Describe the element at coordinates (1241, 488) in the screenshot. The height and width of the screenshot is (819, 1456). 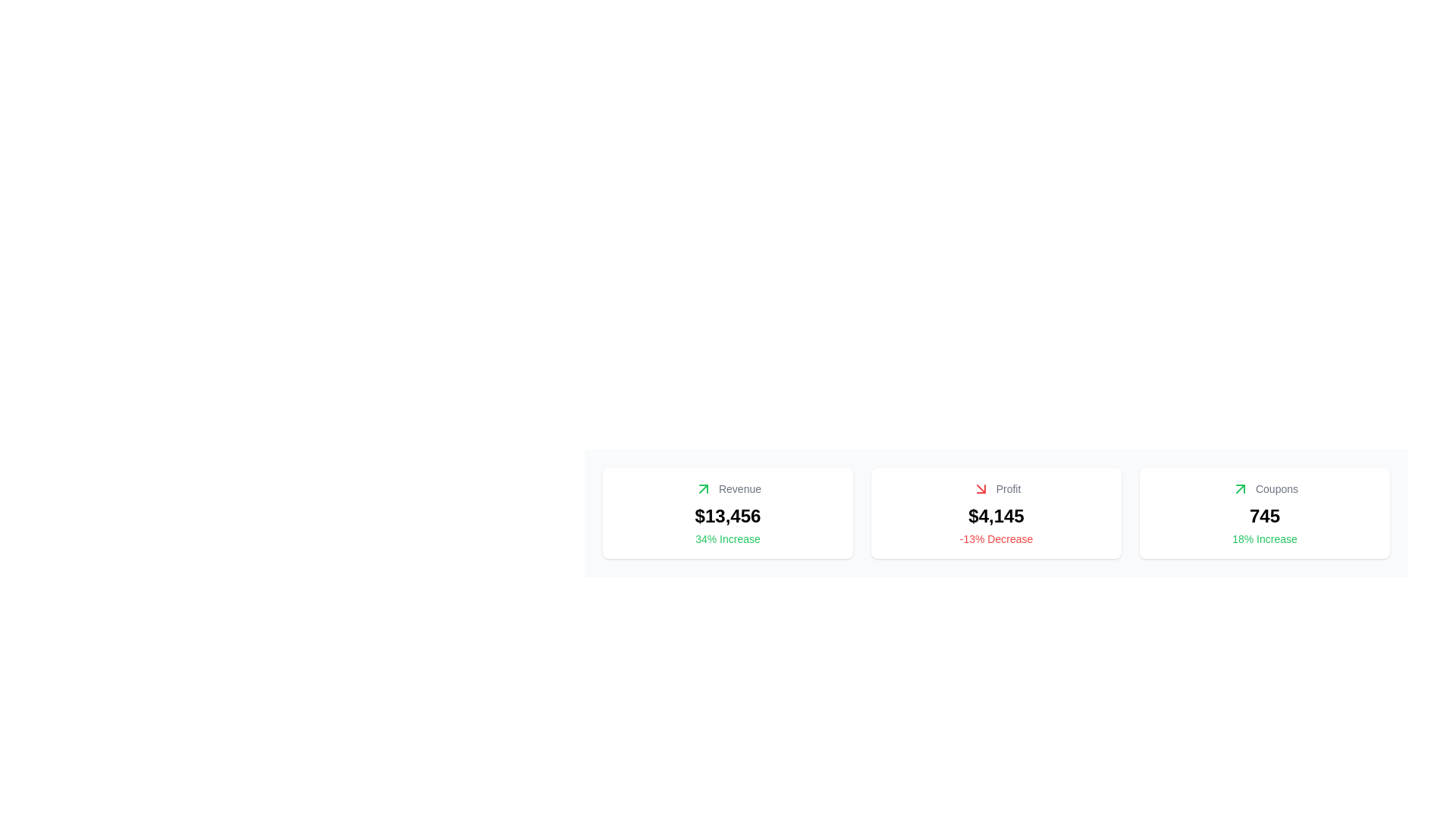
I see `the positive trend icon located at the top-left corner of the Coupons card, closely aligned with the text 'Coupons'` at that location.